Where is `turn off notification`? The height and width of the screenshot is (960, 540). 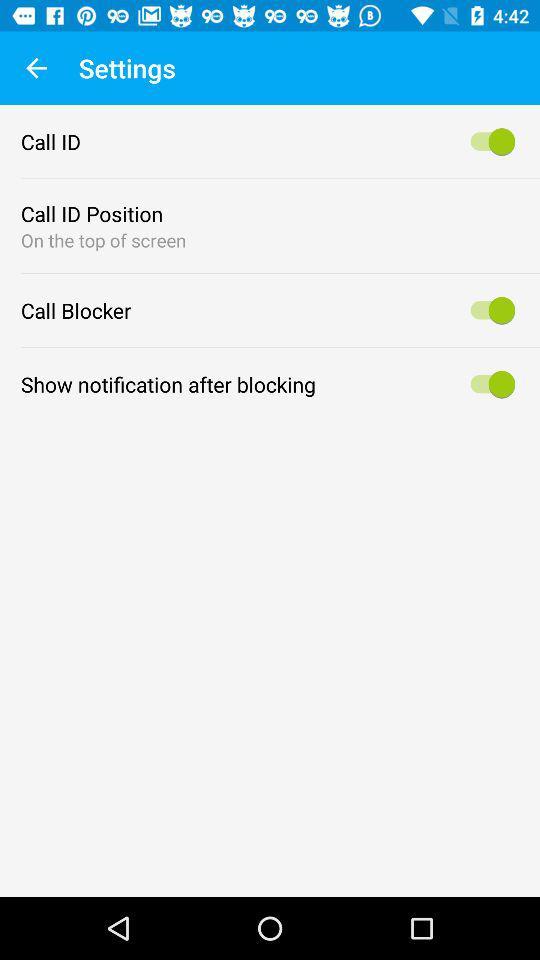
turn off notification is located at coordinates (488, 383).